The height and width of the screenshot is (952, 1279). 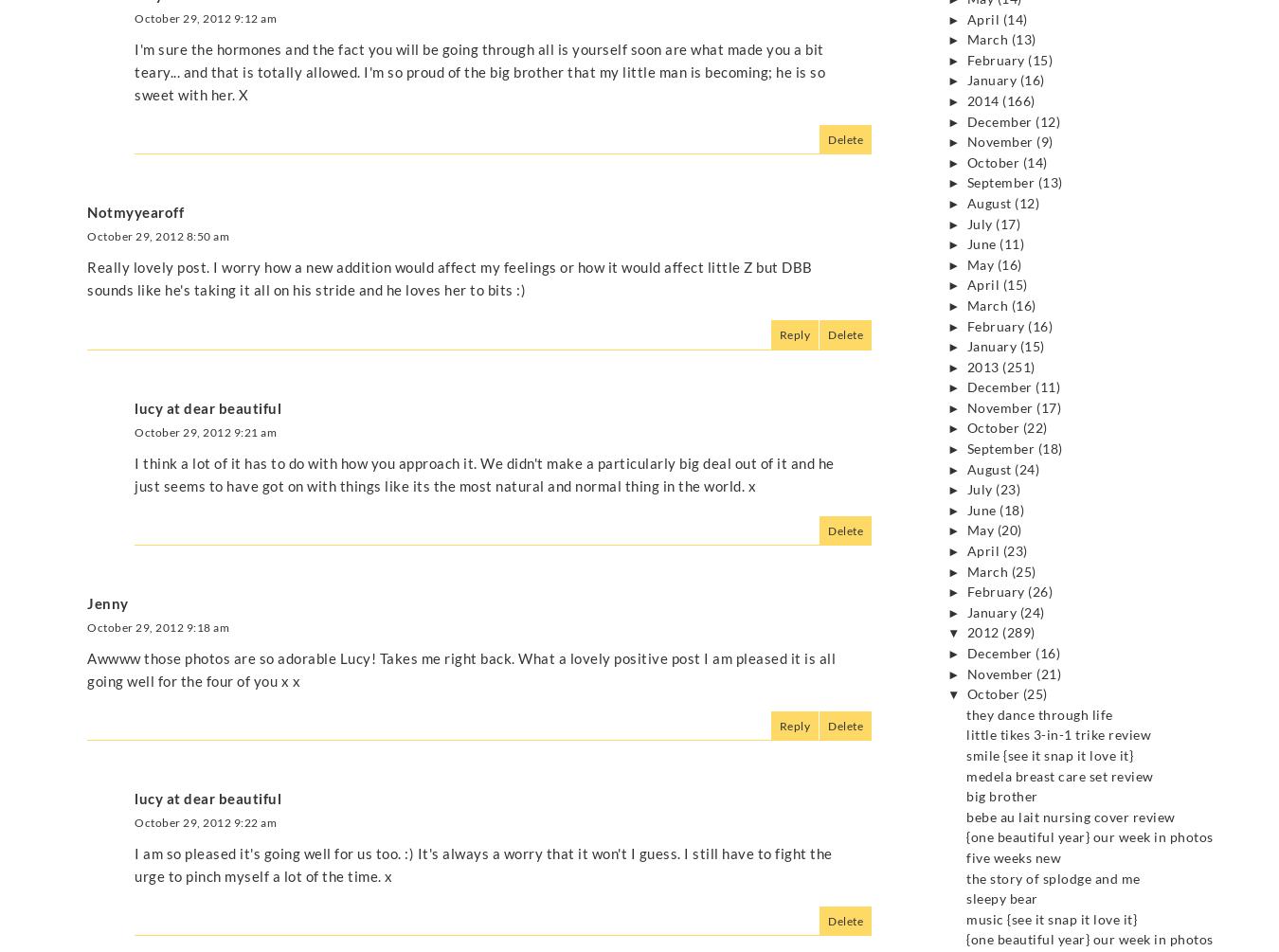 What do you see at coordinates (1036, 142) in the screenshot?
I see `'(9)'` at bounding box center [1036, 142].